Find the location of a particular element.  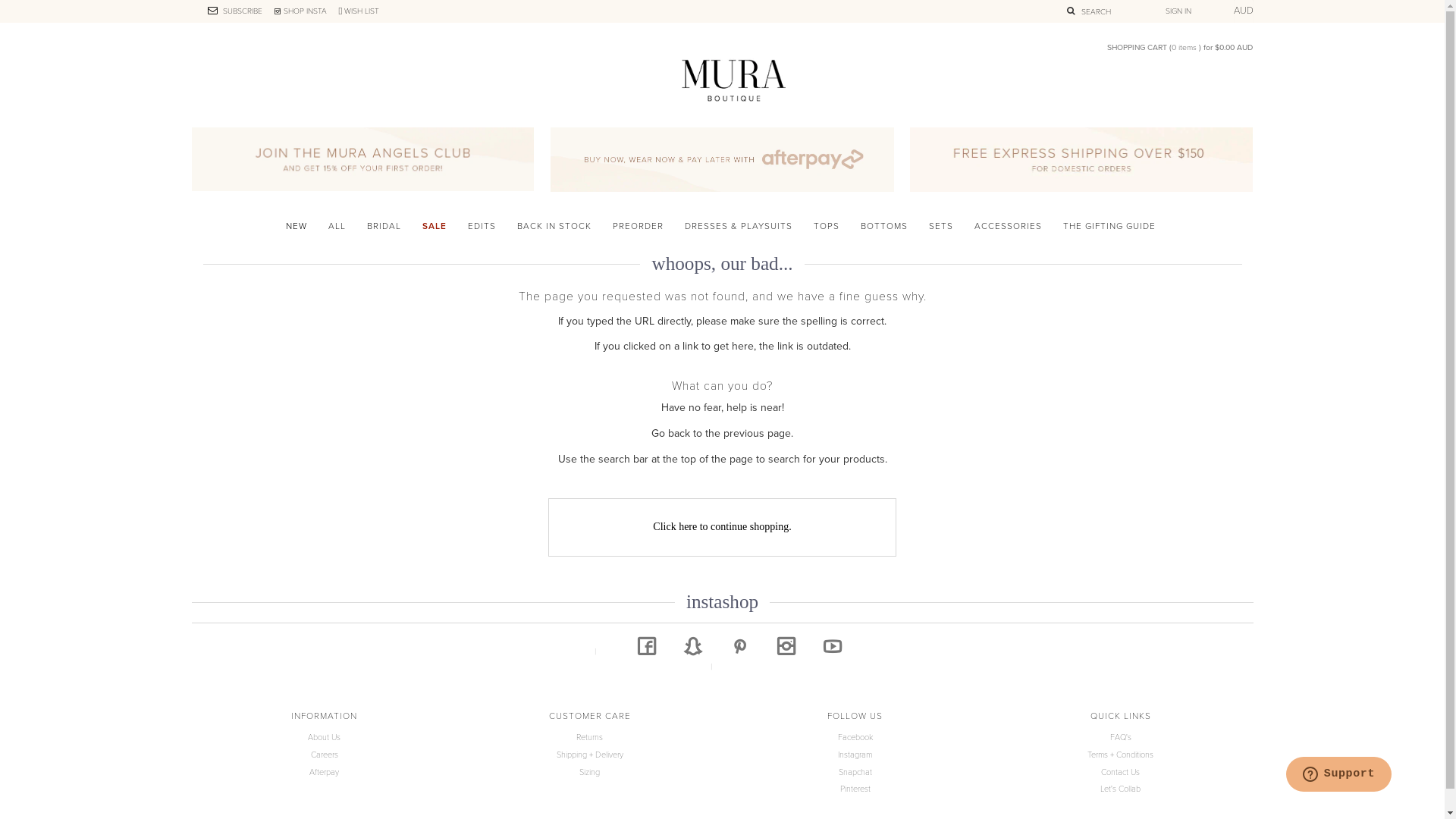

'NEW' is located at coordinates (296, 226).